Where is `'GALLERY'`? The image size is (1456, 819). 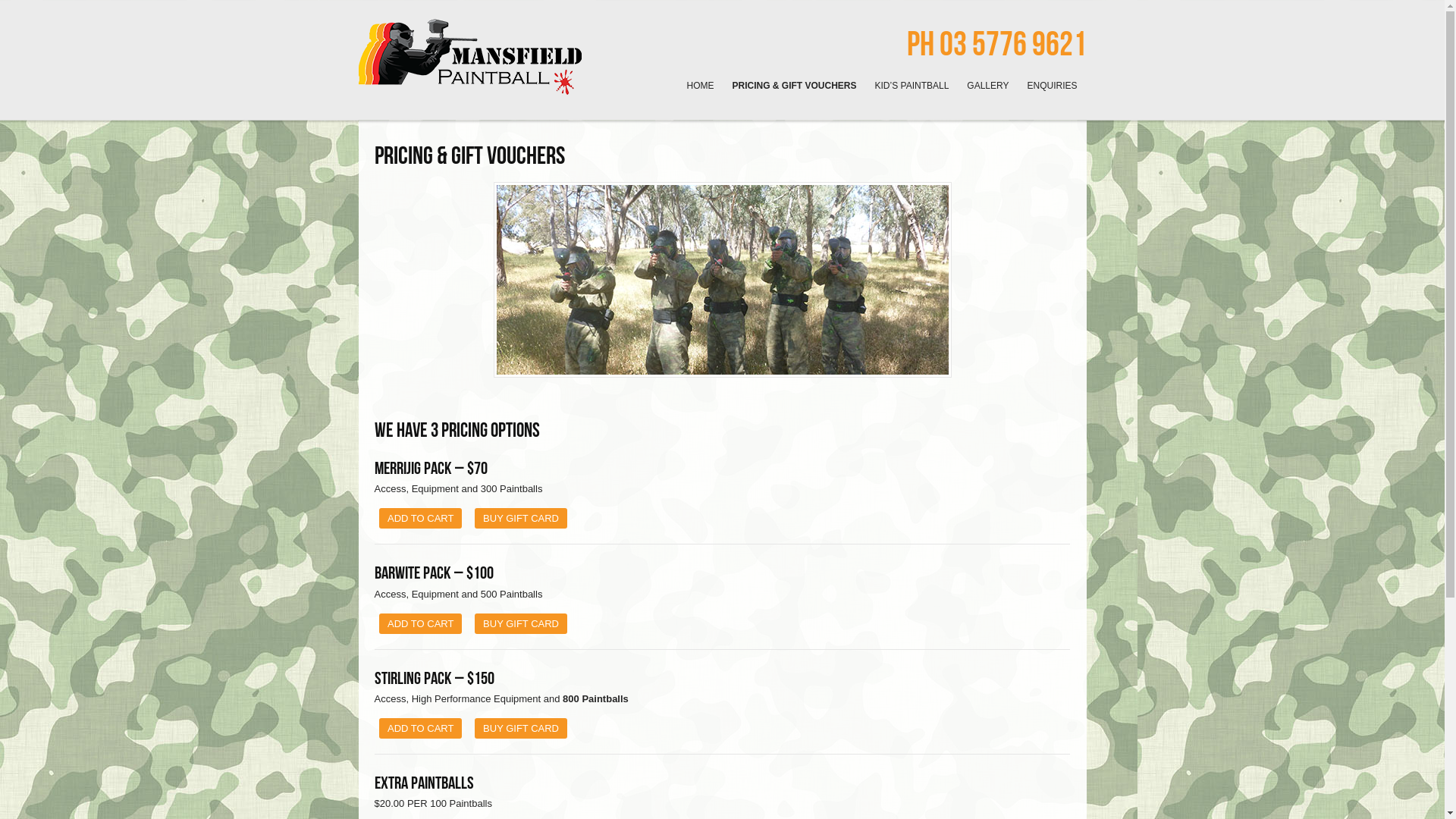 'GALLERY' is located at coordinates (987, 85).